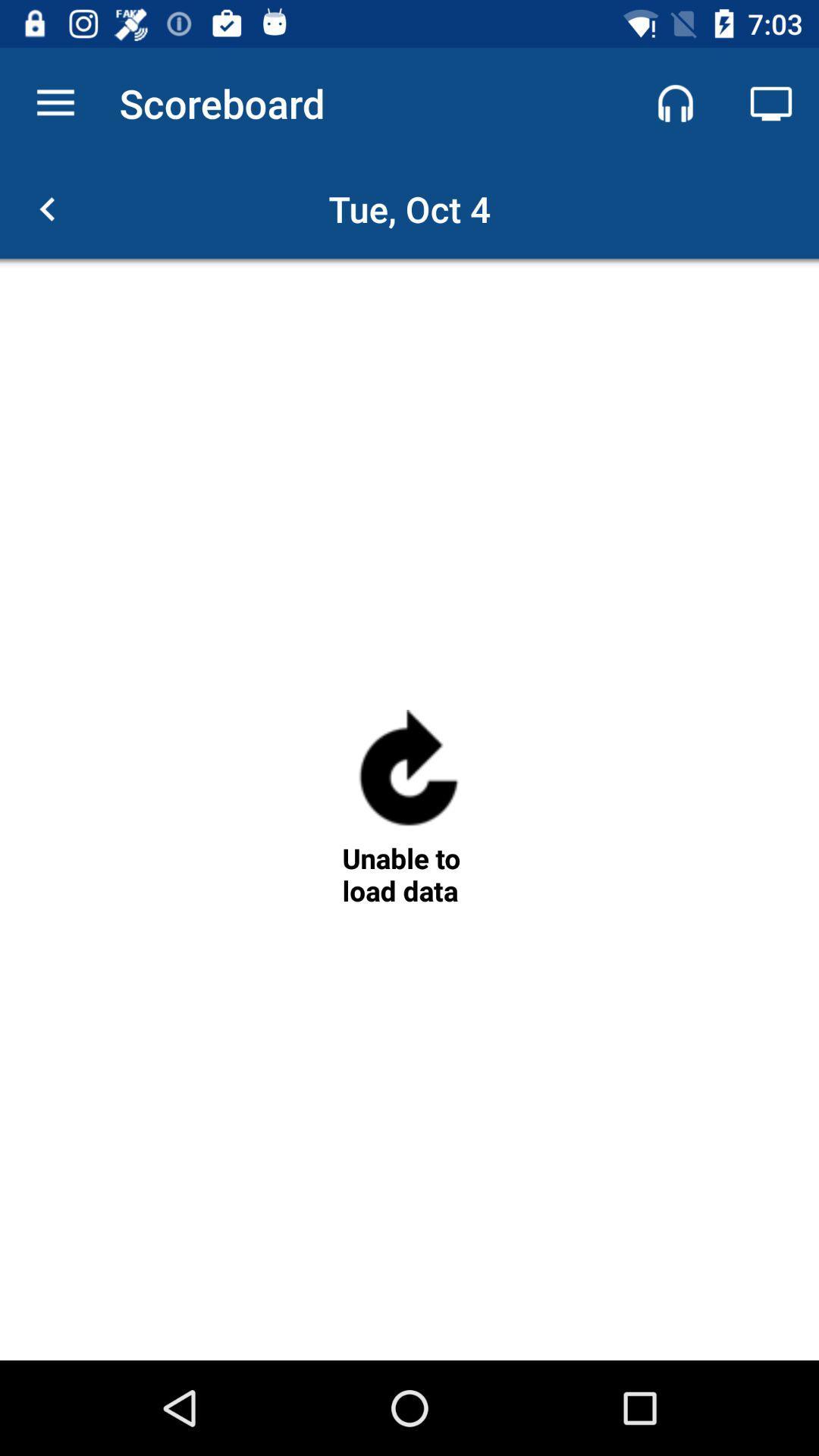  I want to click on the arrow_backward icon, so click(46, 208).